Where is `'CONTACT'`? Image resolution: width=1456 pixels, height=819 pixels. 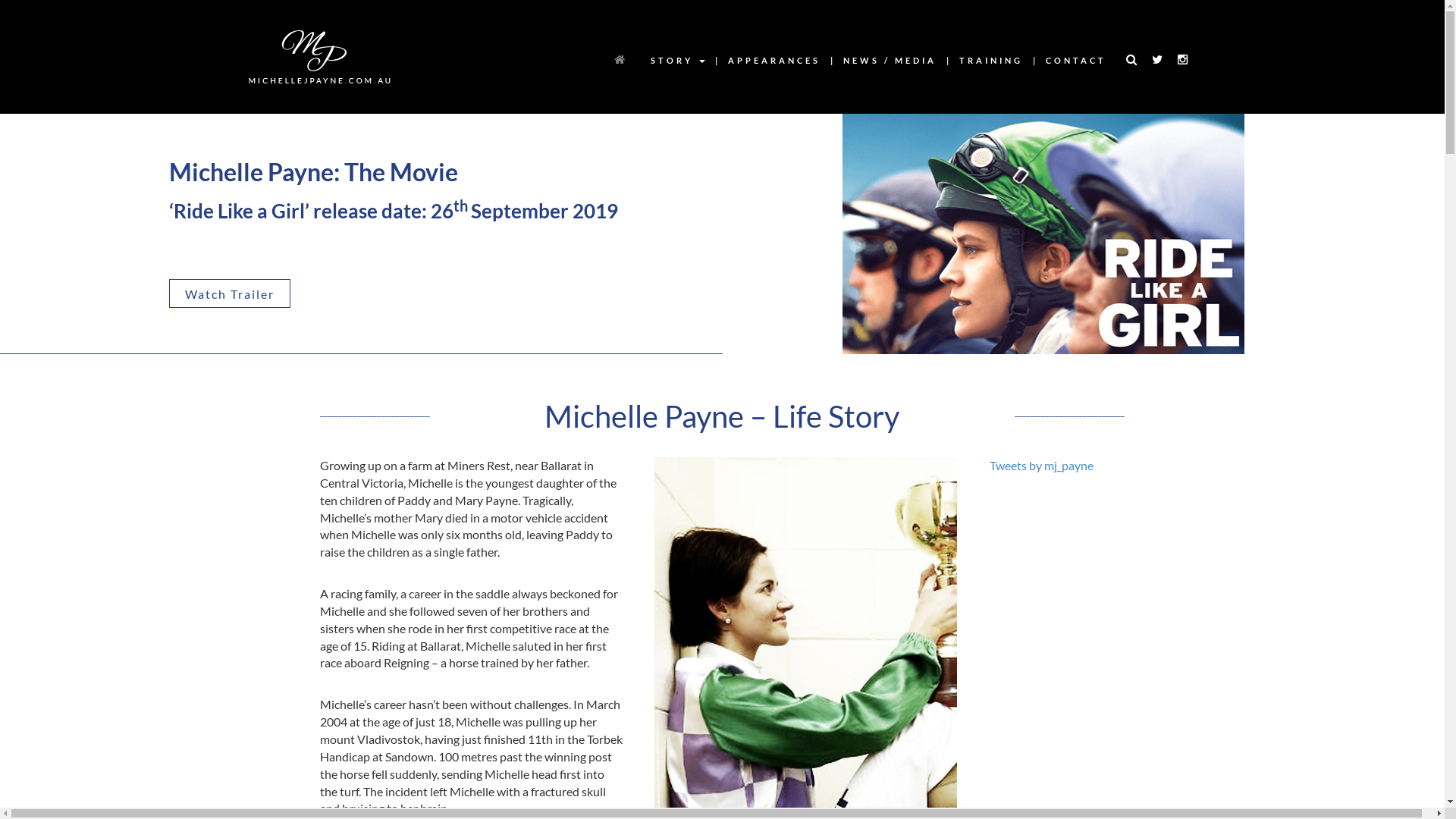 'CONTACT' is located at coordinates (1075, 60).